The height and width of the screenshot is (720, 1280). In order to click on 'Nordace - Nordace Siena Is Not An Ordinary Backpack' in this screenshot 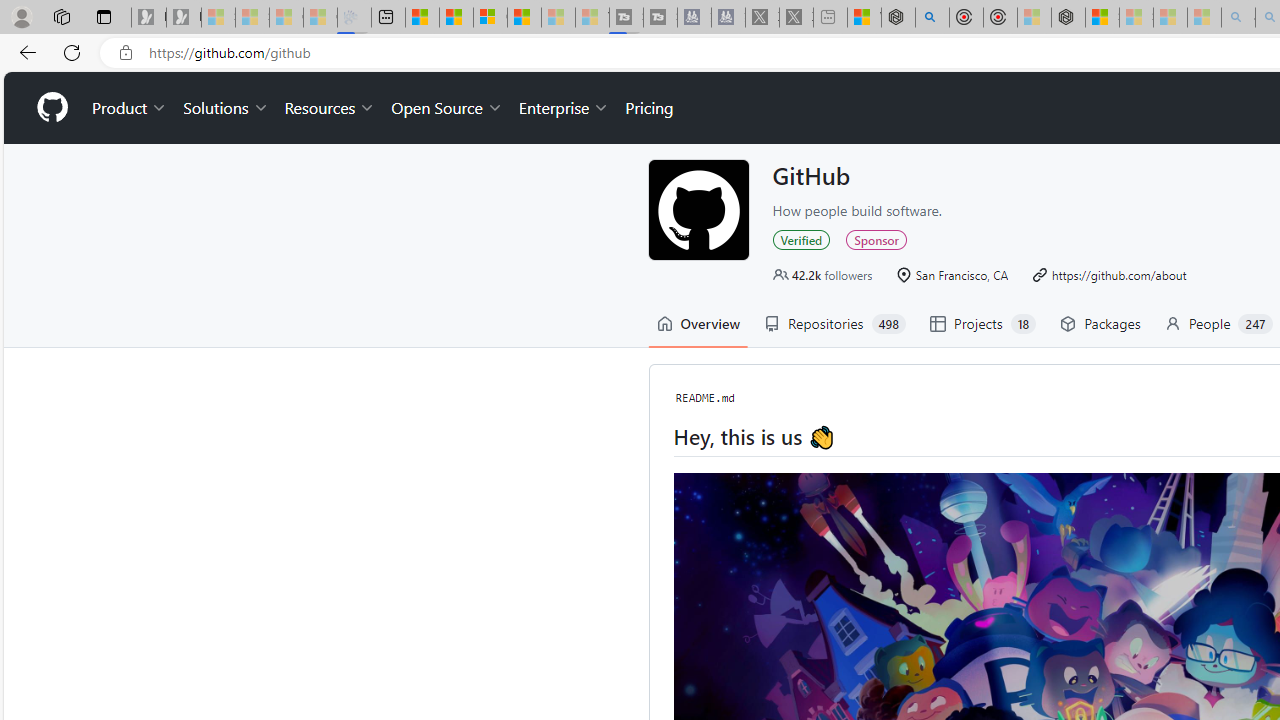, I will do `click(1067, 17)`.